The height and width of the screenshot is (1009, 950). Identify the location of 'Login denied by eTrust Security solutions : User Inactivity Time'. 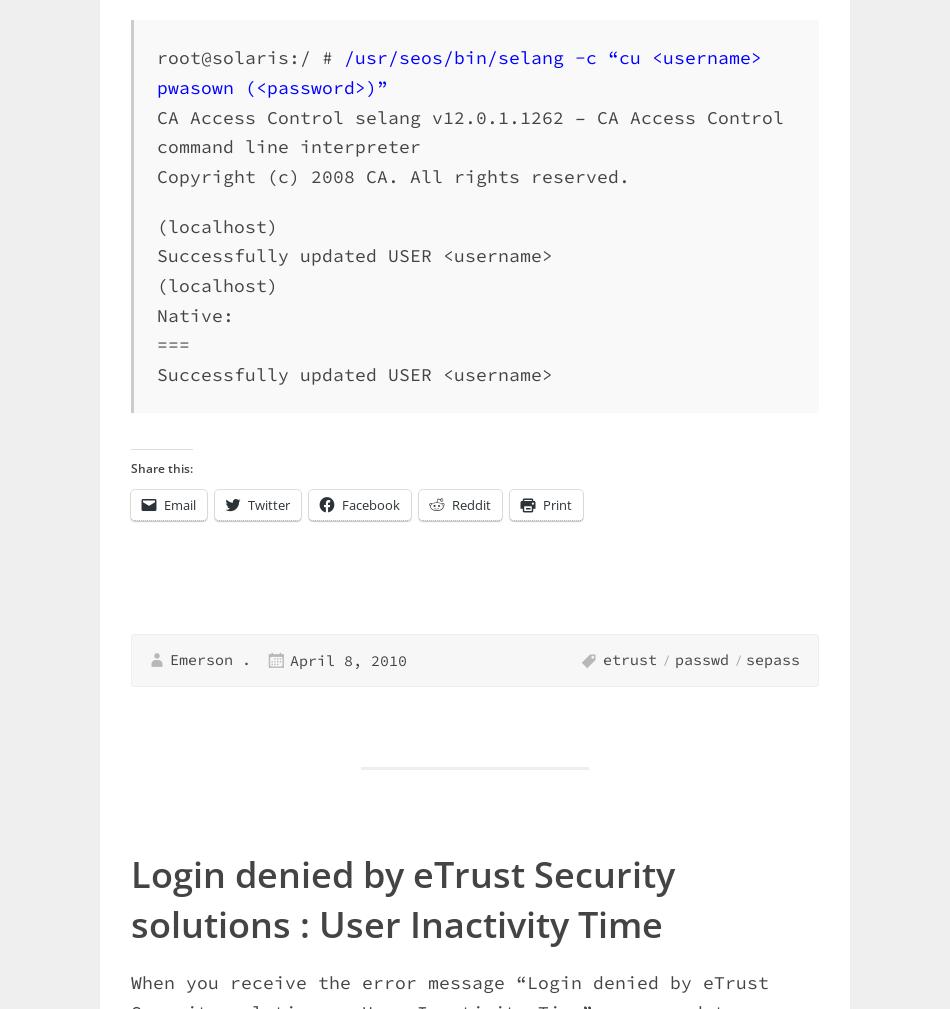
(401, 899).